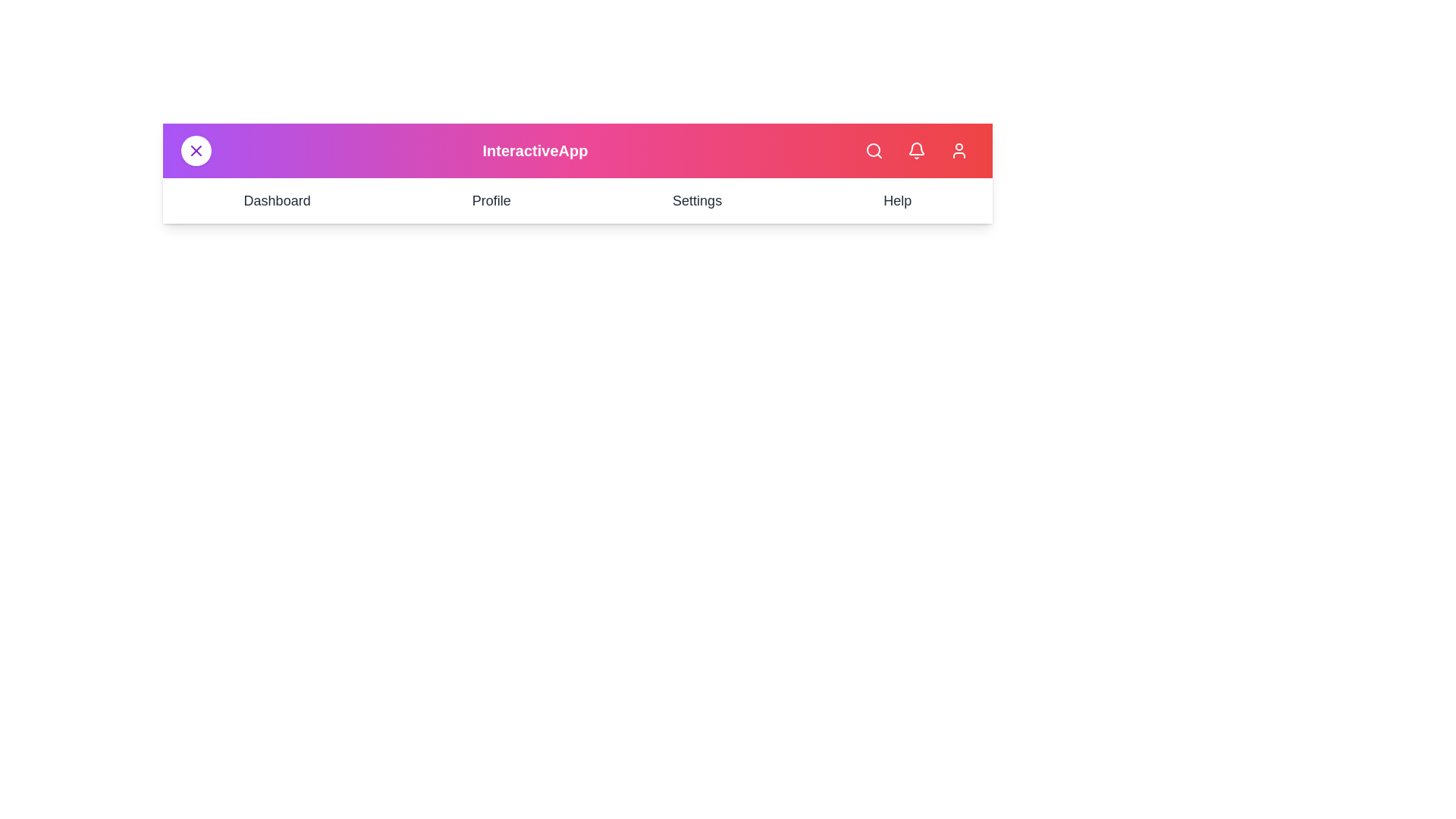 The height and width of the screenshot is (819, 1456). What do you see at coordinates (896, 200) in the screenshot?
I see `the Help navigation item` at bounding box center [896, 200].